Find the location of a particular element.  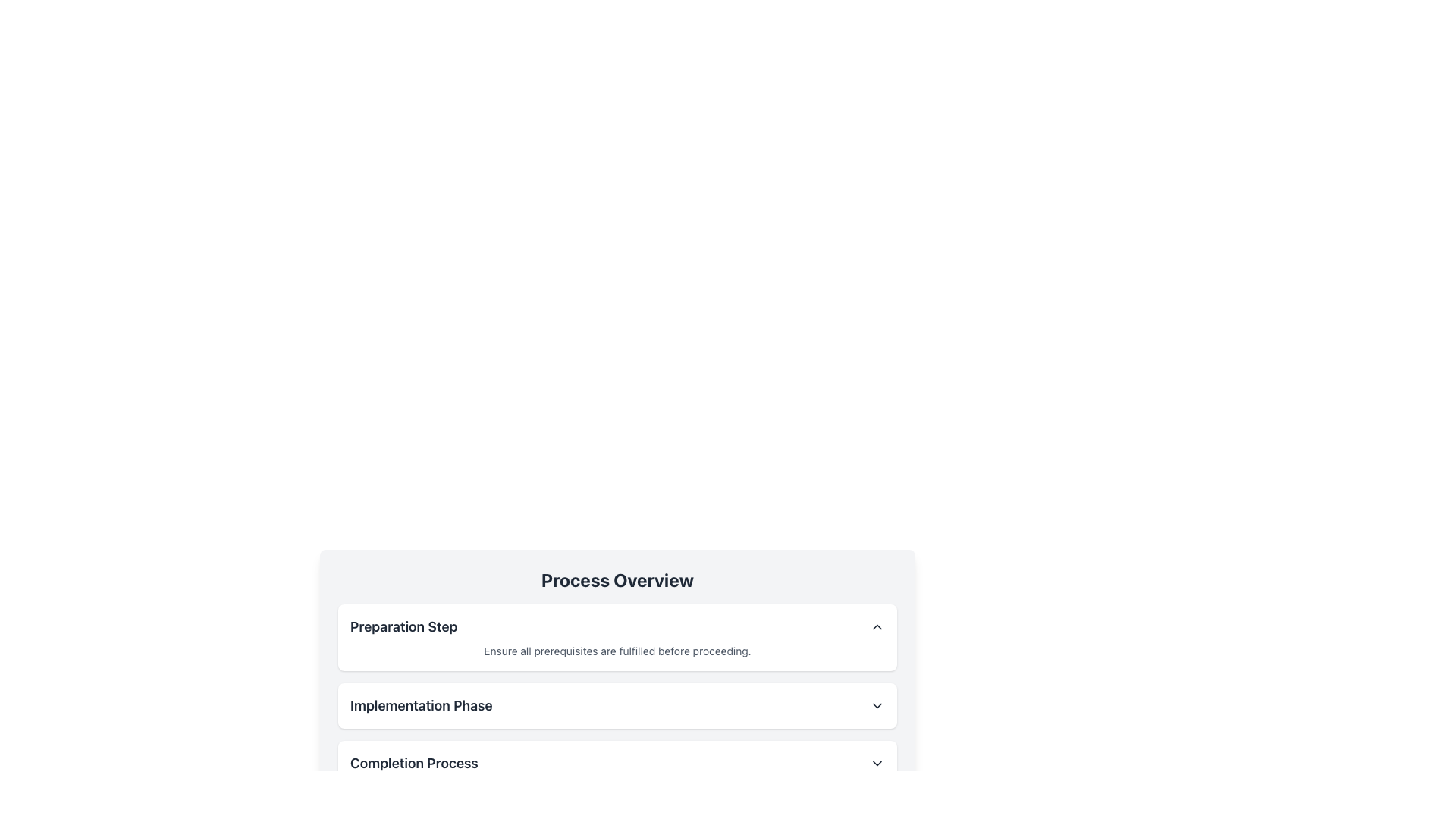

the icon located to the right of the 'Completion Process' text label is located at coordinates (877, 763).